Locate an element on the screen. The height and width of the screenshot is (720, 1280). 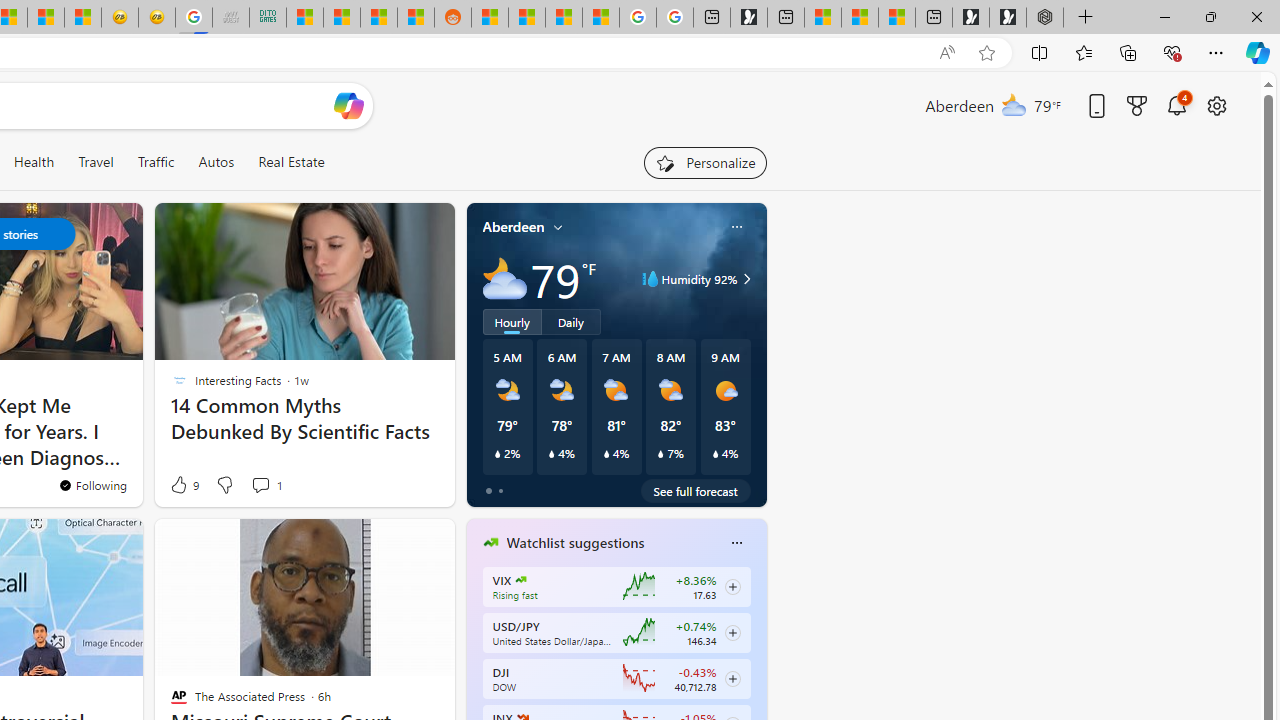
'CBOE Market Volatility Index' is located at coordinates (520, 579).